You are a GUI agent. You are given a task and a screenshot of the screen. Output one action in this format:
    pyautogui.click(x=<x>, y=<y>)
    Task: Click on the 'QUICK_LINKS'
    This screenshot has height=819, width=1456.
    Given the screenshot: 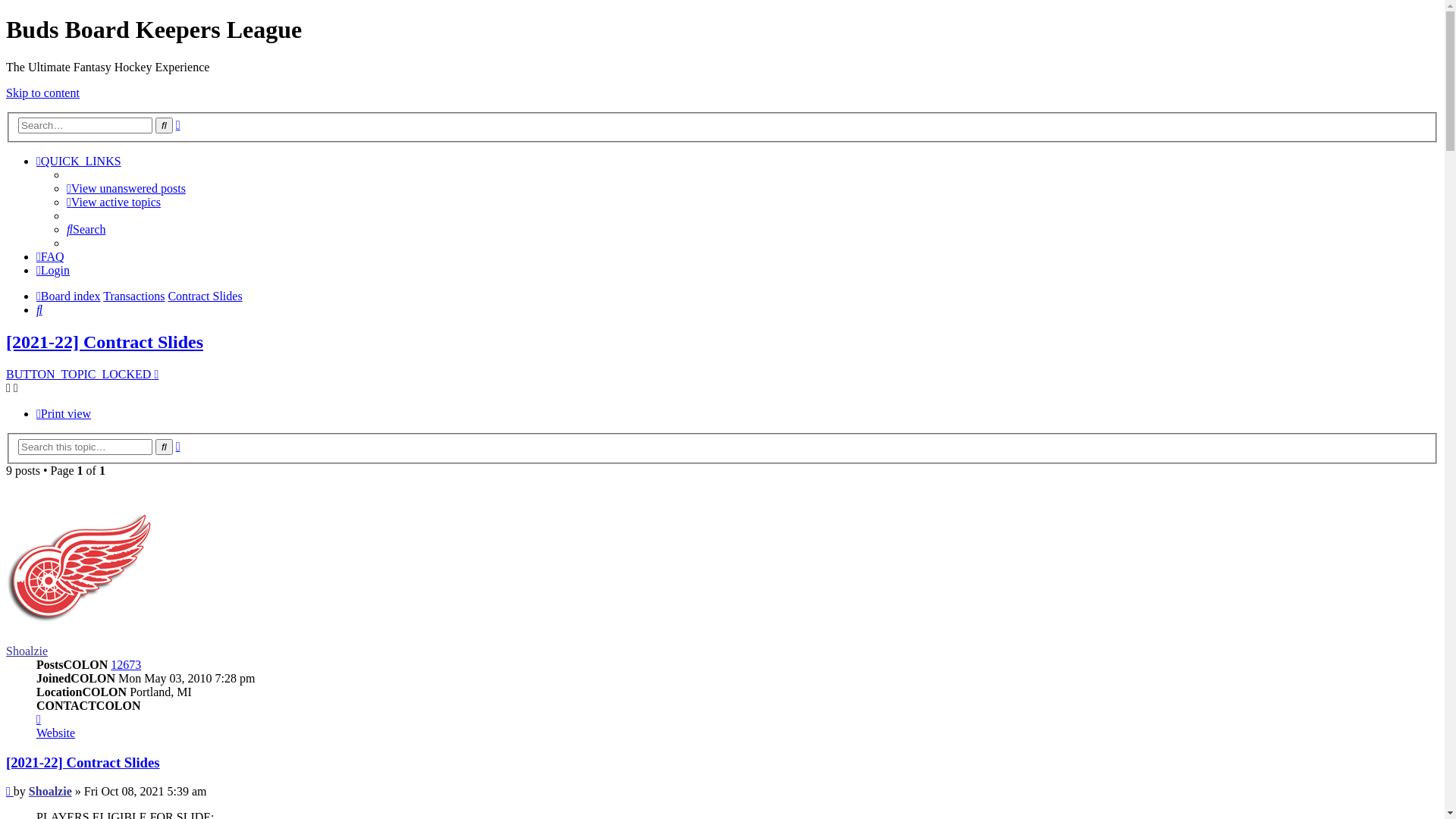 What is the action you would take?
    pyautogui.click(x=78, y=161)
    